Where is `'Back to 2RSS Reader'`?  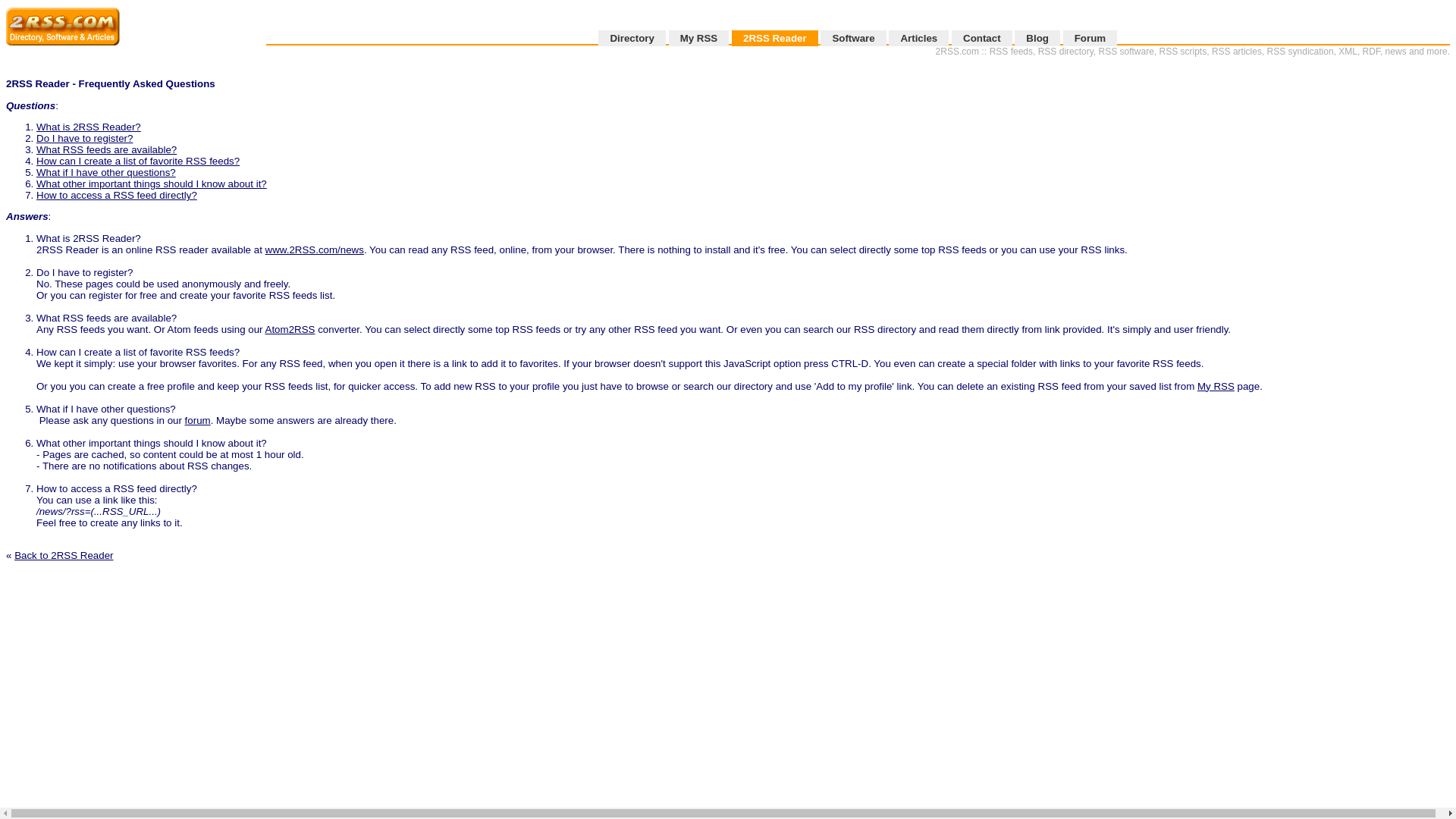 'Back to 2RSS Reader' is located at coordinates (62, 555).